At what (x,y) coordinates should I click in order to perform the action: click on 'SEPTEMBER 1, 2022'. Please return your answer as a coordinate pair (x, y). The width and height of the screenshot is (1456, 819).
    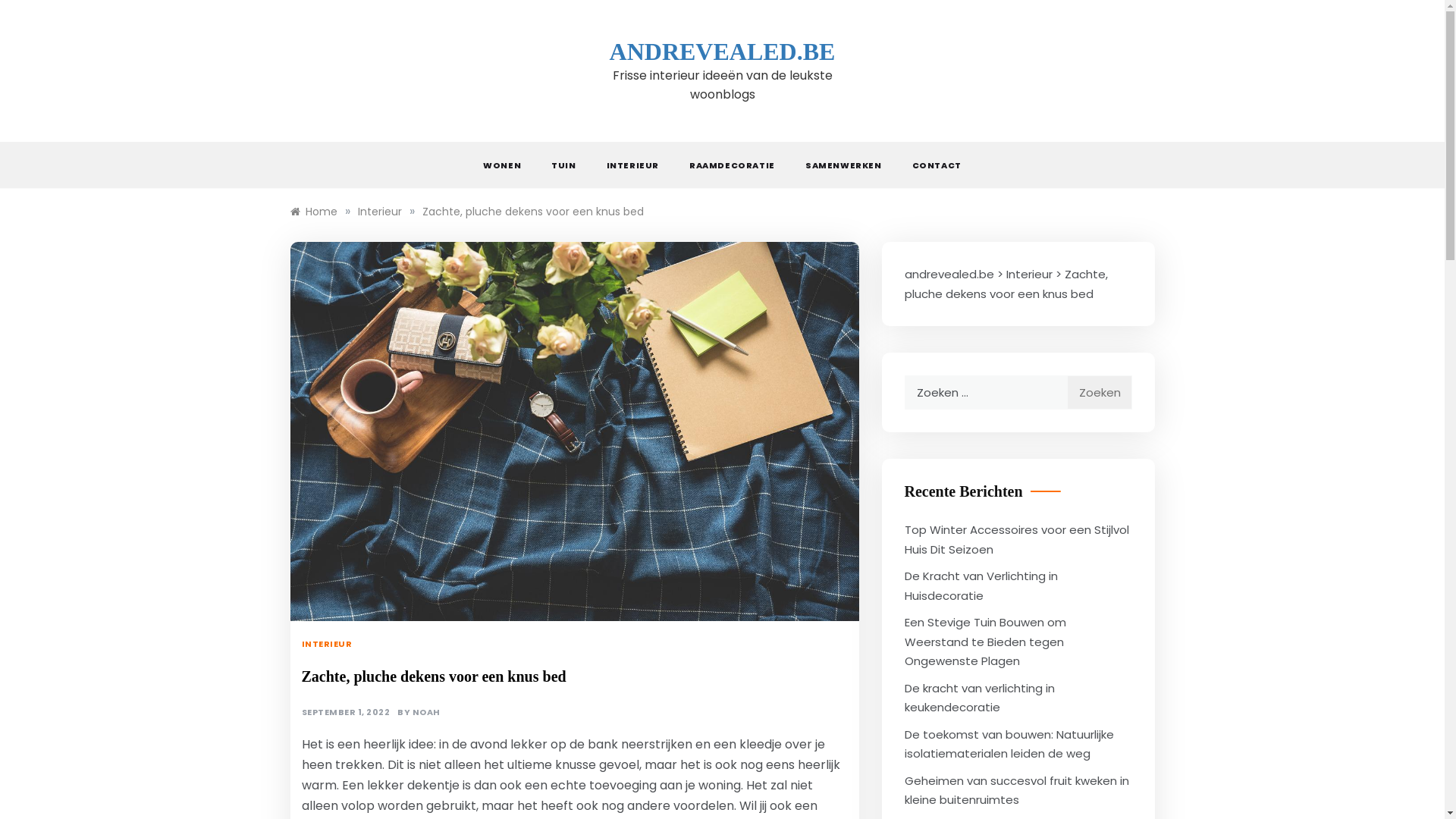
    Looking at the image, I should click on (345, 713).